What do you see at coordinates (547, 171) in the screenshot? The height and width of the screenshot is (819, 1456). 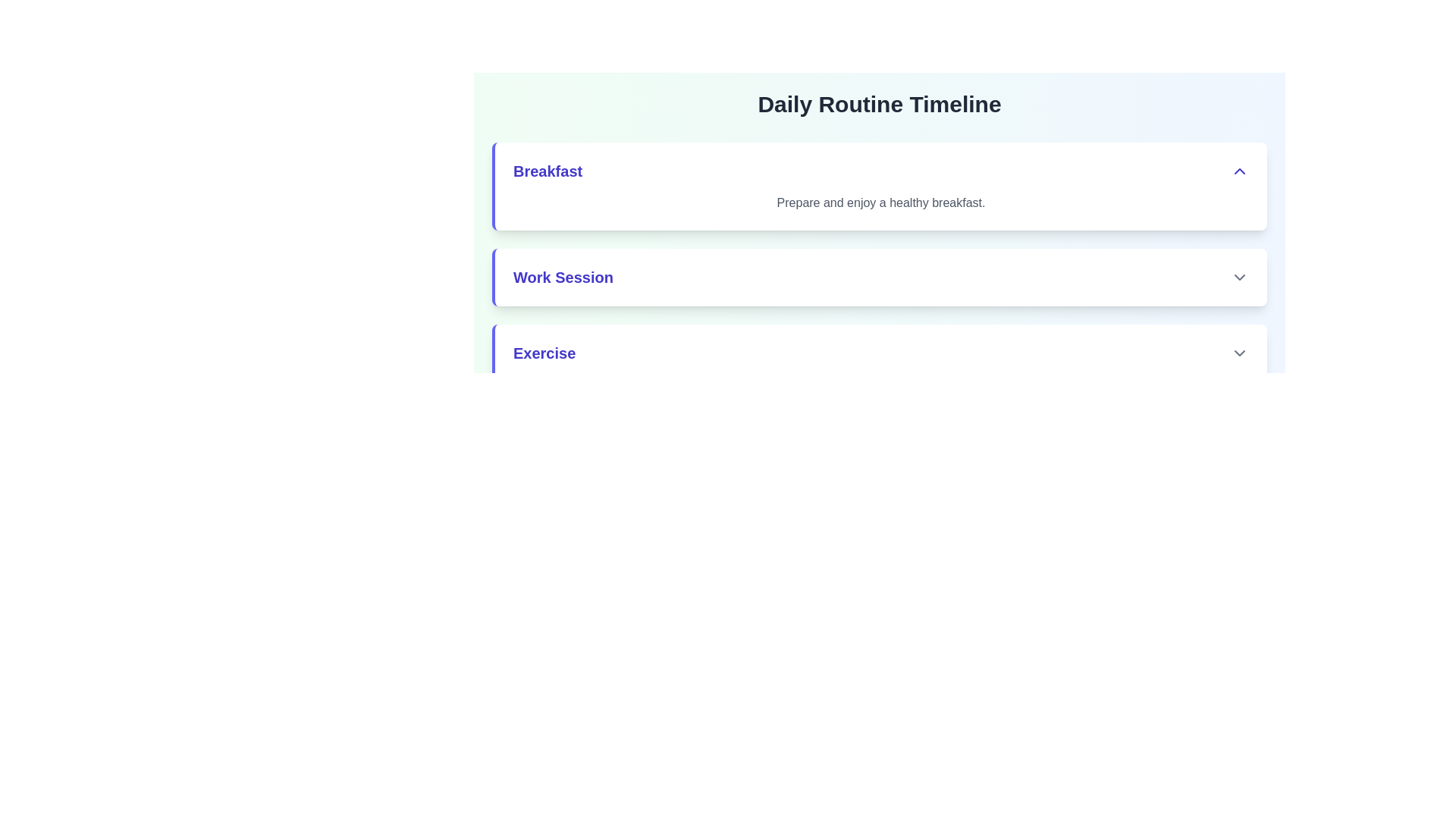 I see `the static text displaying 'Breakfast' in bold indigo font on a white background, located at the top-left corner of its section` at bounding box center [547, 171].